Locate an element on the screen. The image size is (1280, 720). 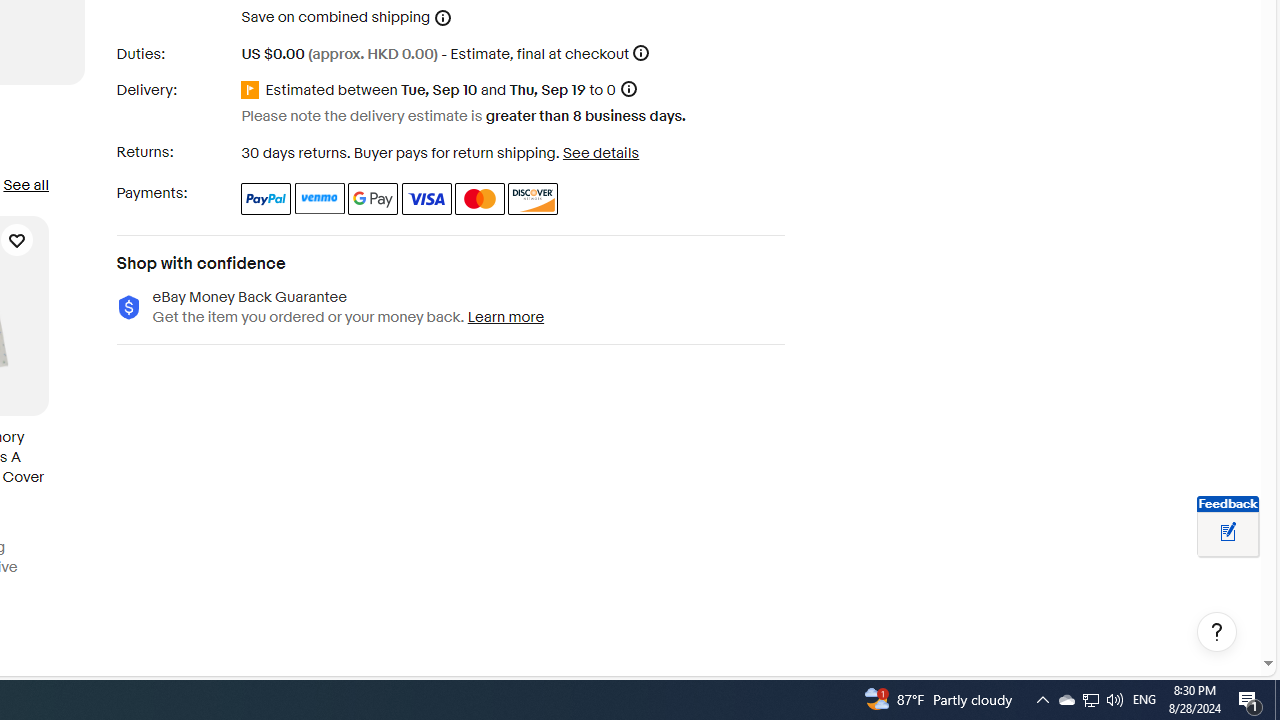
'Venmo' is located at coordinates (320, 198).